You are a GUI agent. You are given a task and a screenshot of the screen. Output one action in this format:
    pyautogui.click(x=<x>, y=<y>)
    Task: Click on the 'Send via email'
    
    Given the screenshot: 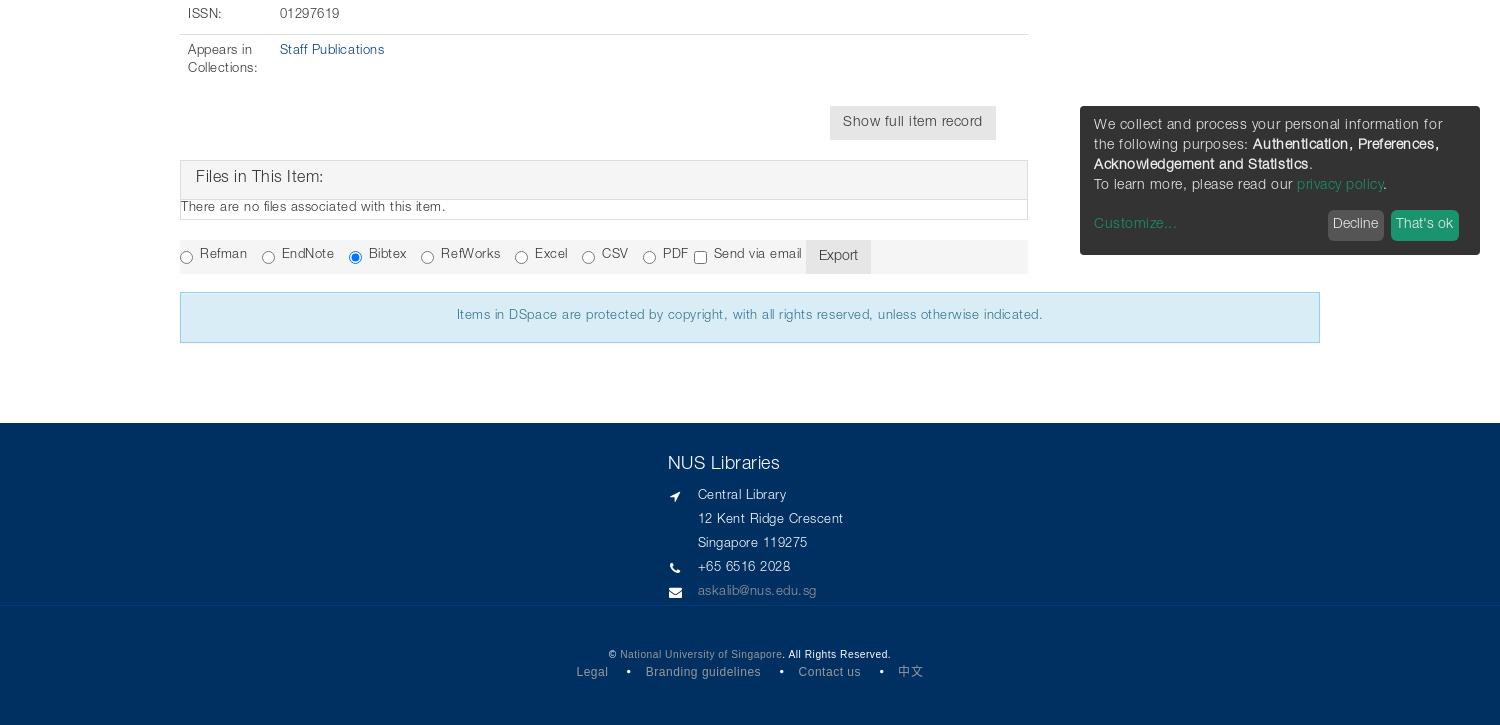 What is the action you would take?
    pyautogui.click(x=757, y=255)
    